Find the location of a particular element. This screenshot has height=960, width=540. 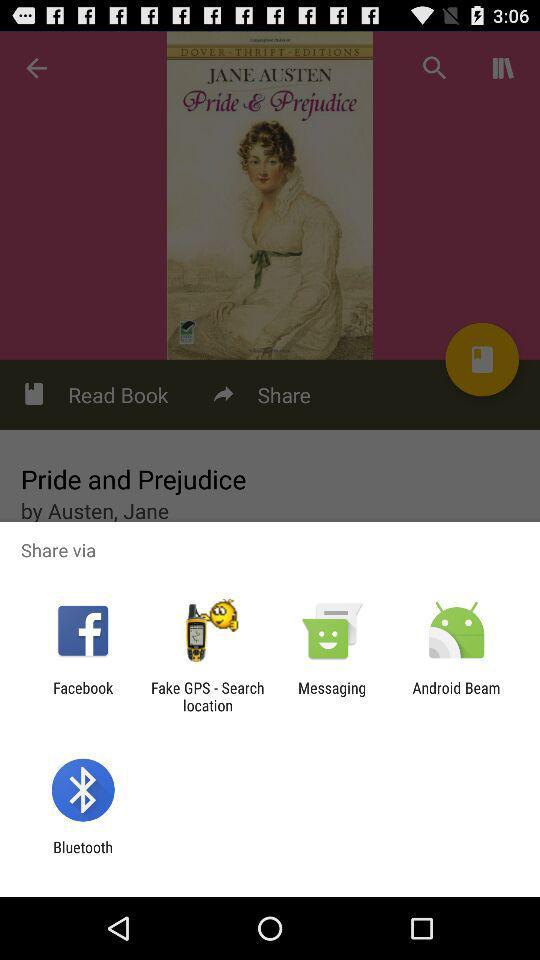

icon to the right of facebook item is located at coordinates (206, 696).